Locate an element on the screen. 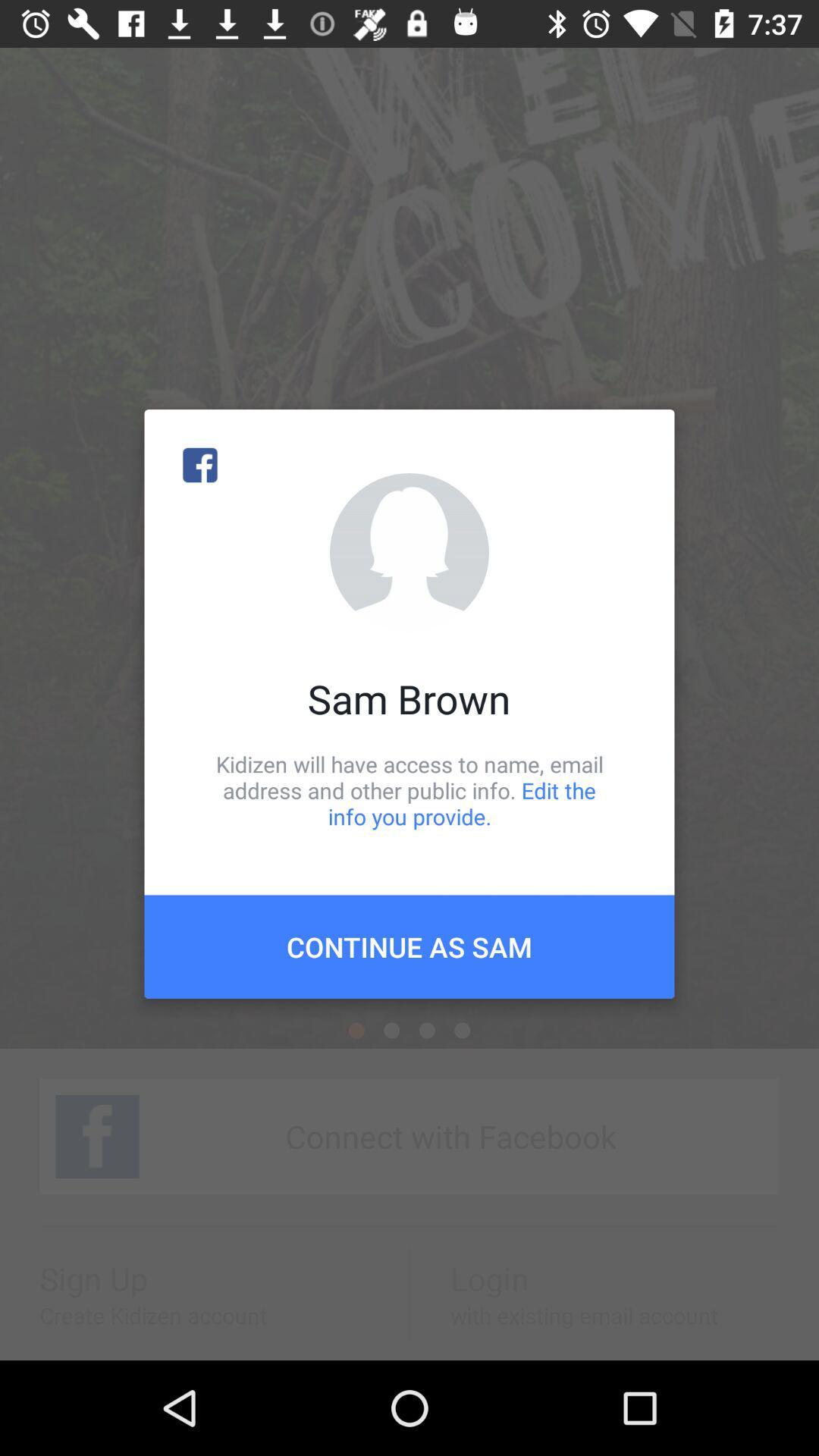 This screenshot has height=1456, width=819. icon below kidizen will have item is located at coordinates (409, 946).